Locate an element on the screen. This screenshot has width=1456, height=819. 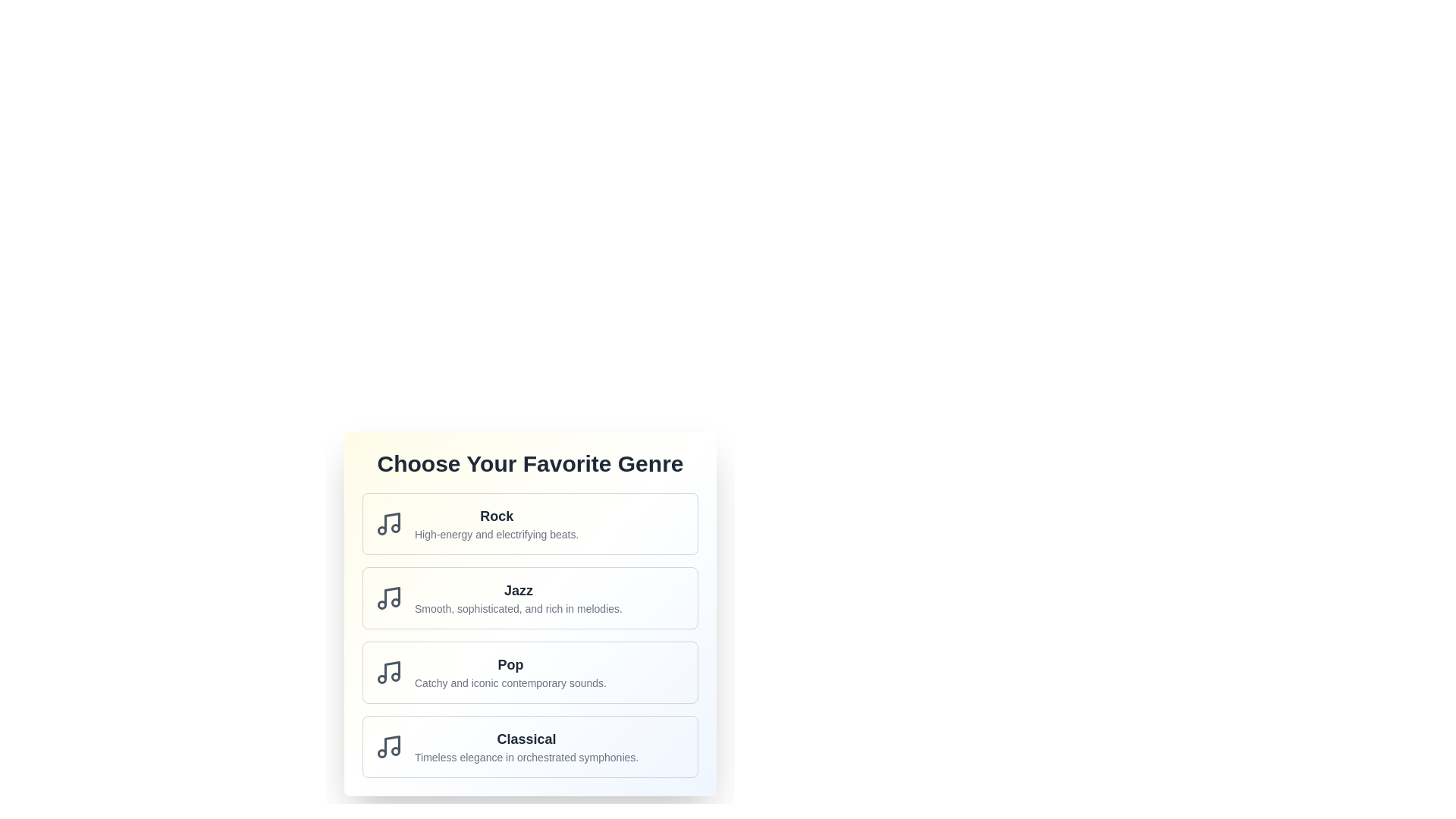
the bottom-left circular component of the music note icon in the Classical section of the music genres list is located at coordinates (382, 754).